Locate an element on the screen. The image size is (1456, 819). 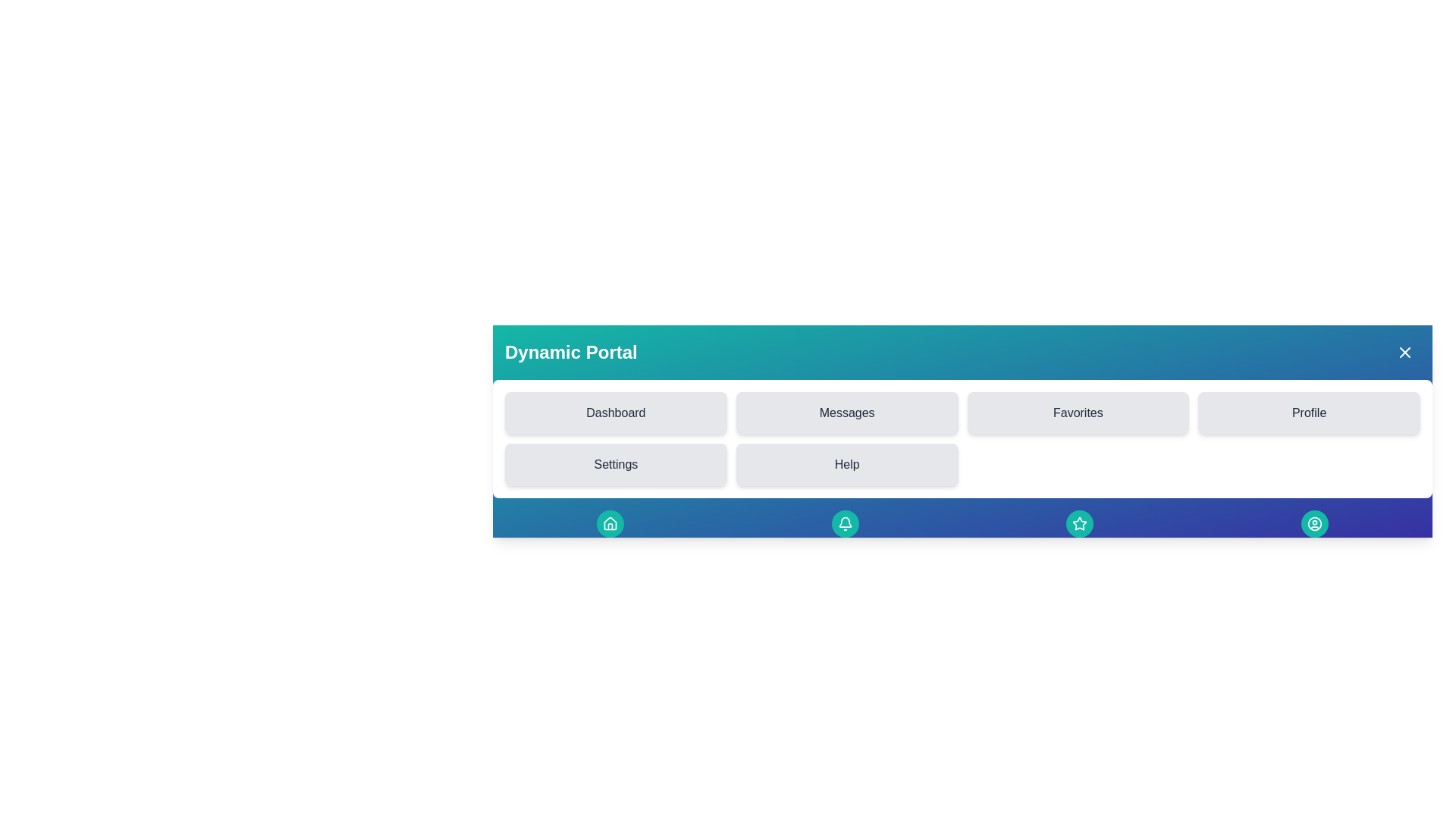
the menu item labeled Settings to navigate to the corresponding section is located at coordinates (615, 464).